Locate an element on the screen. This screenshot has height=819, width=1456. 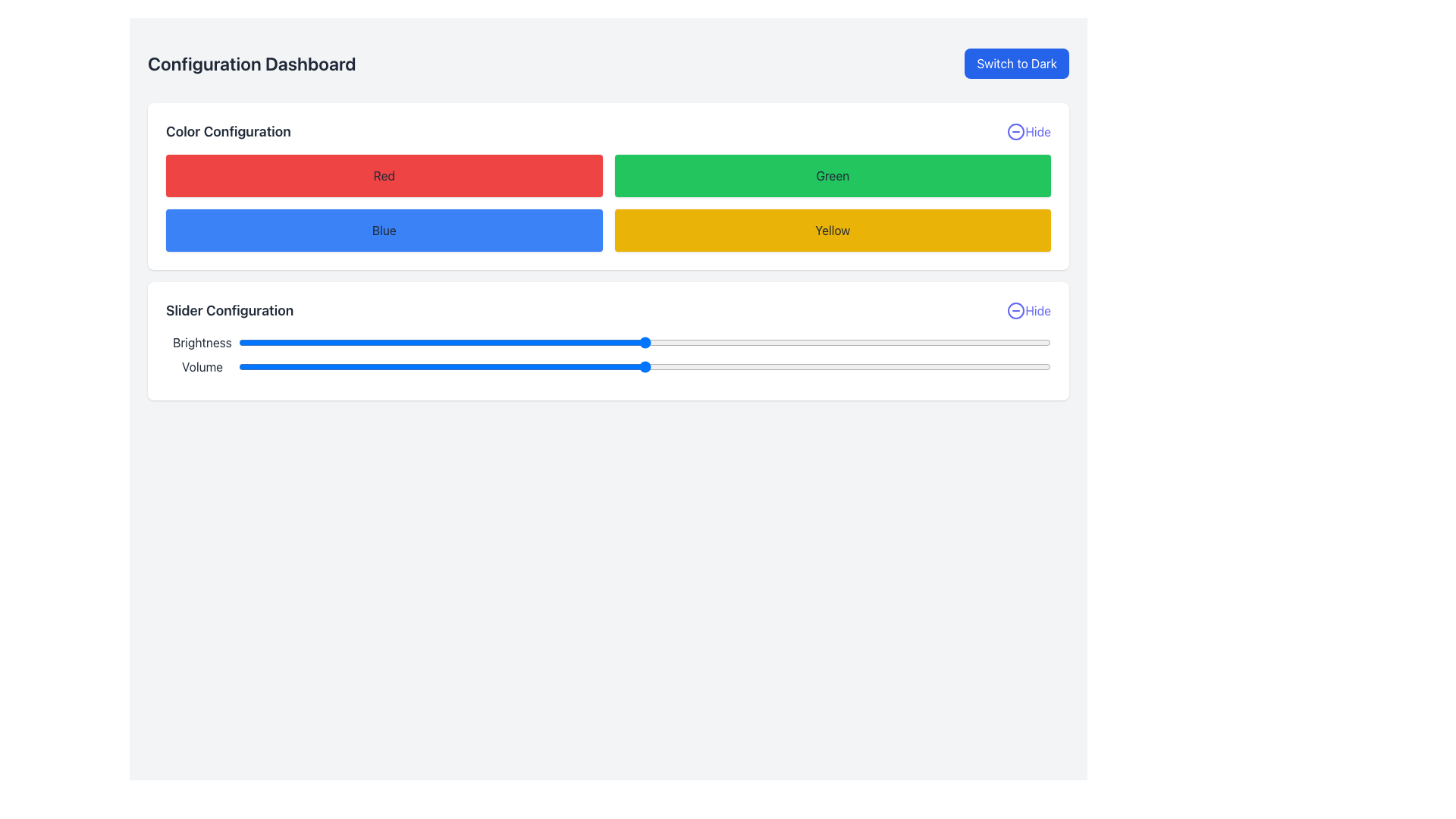
the brightness level is located at coordinates (303, 342).